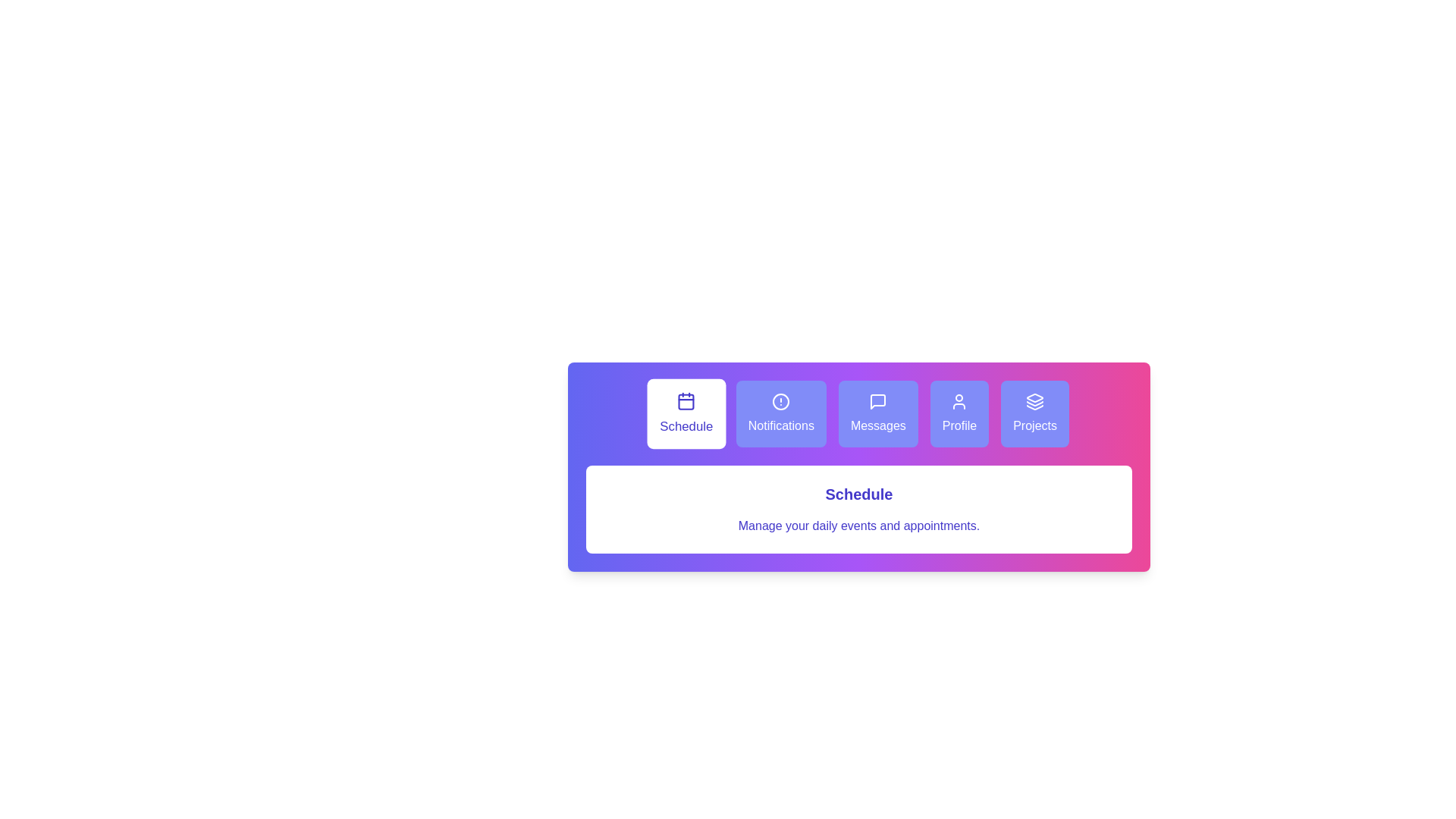  Describe the element at coordinates (878, 414) in the screenshot. I see `the tab labeled 'Messages' to see its hover effect` at that location.